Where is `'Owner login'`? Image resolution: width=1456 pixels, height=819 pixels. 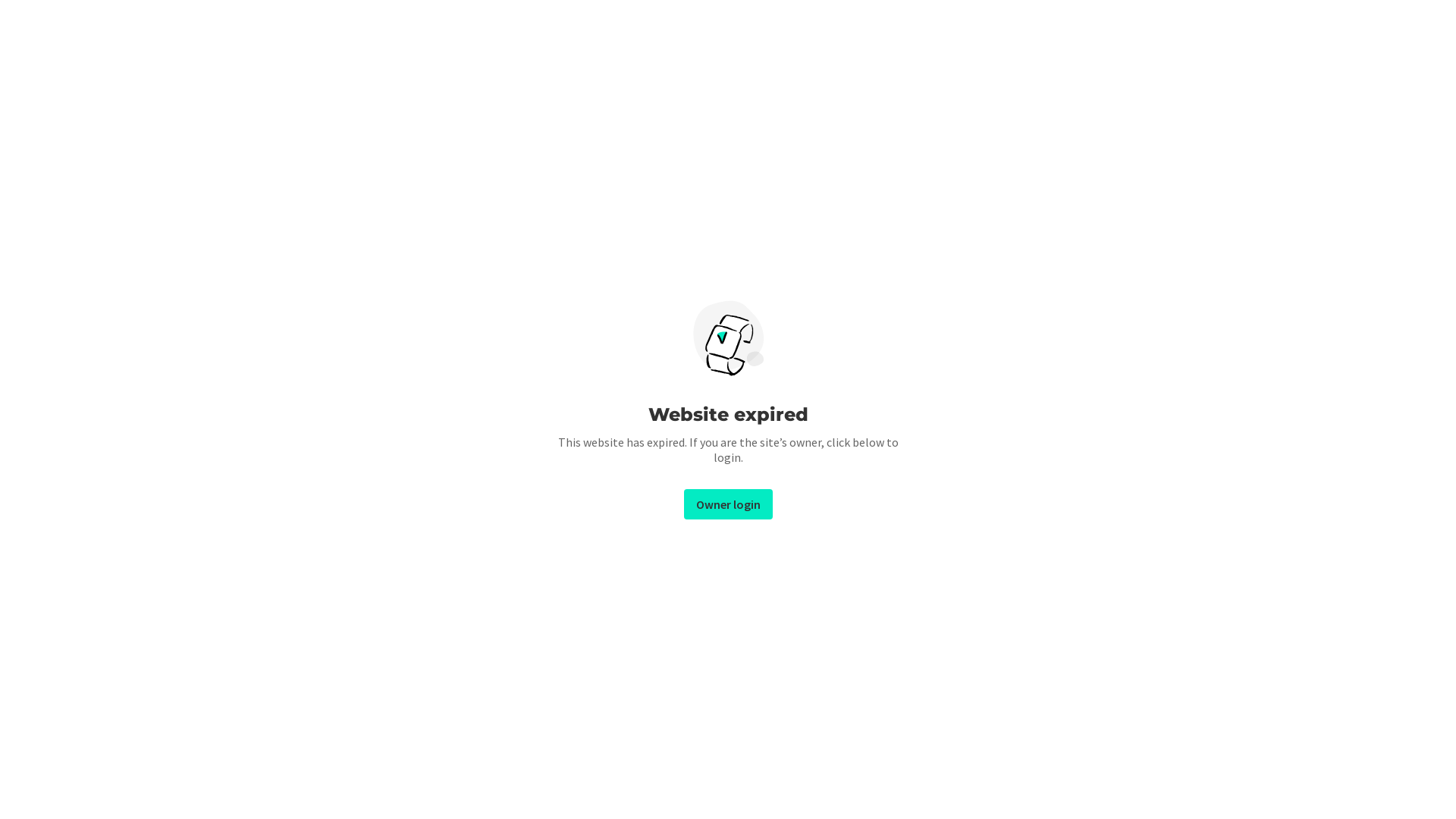
'Owner login' is located at coordinates (683, 504).